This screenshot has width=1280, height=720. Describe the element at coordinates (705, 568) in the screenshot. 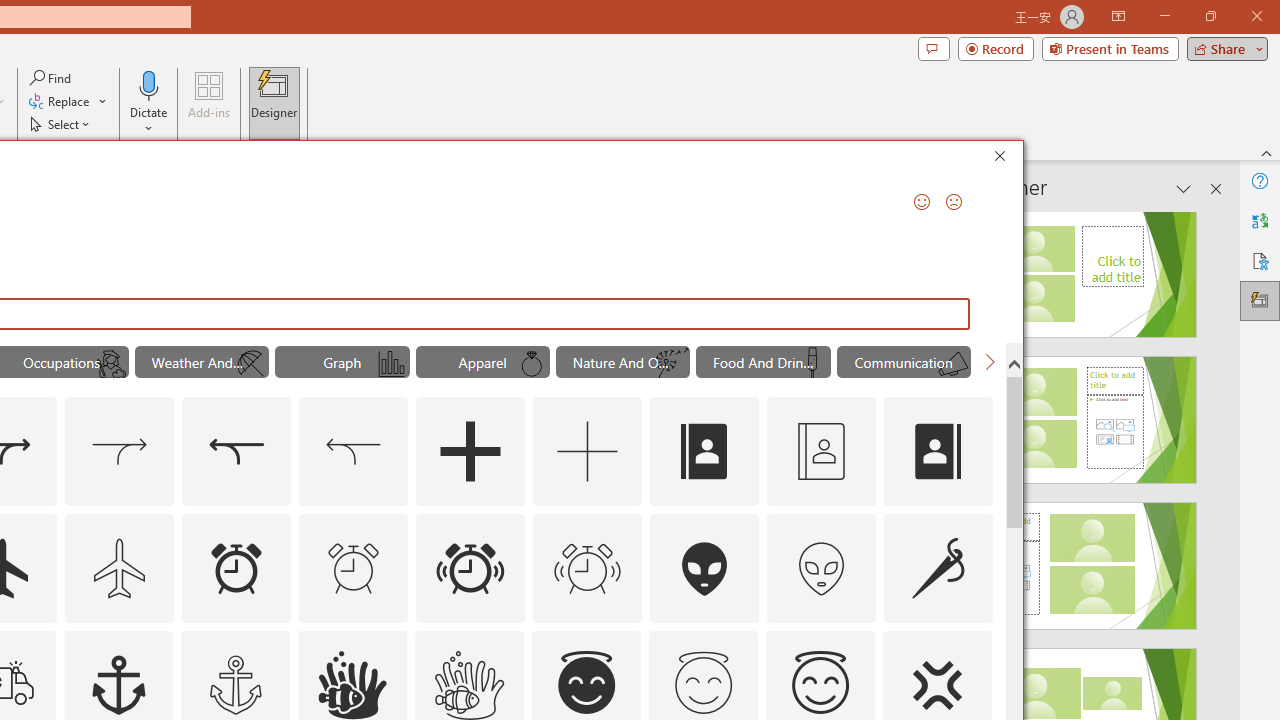

I see `'AutomationID: Icons_AlienFace'` at that location.